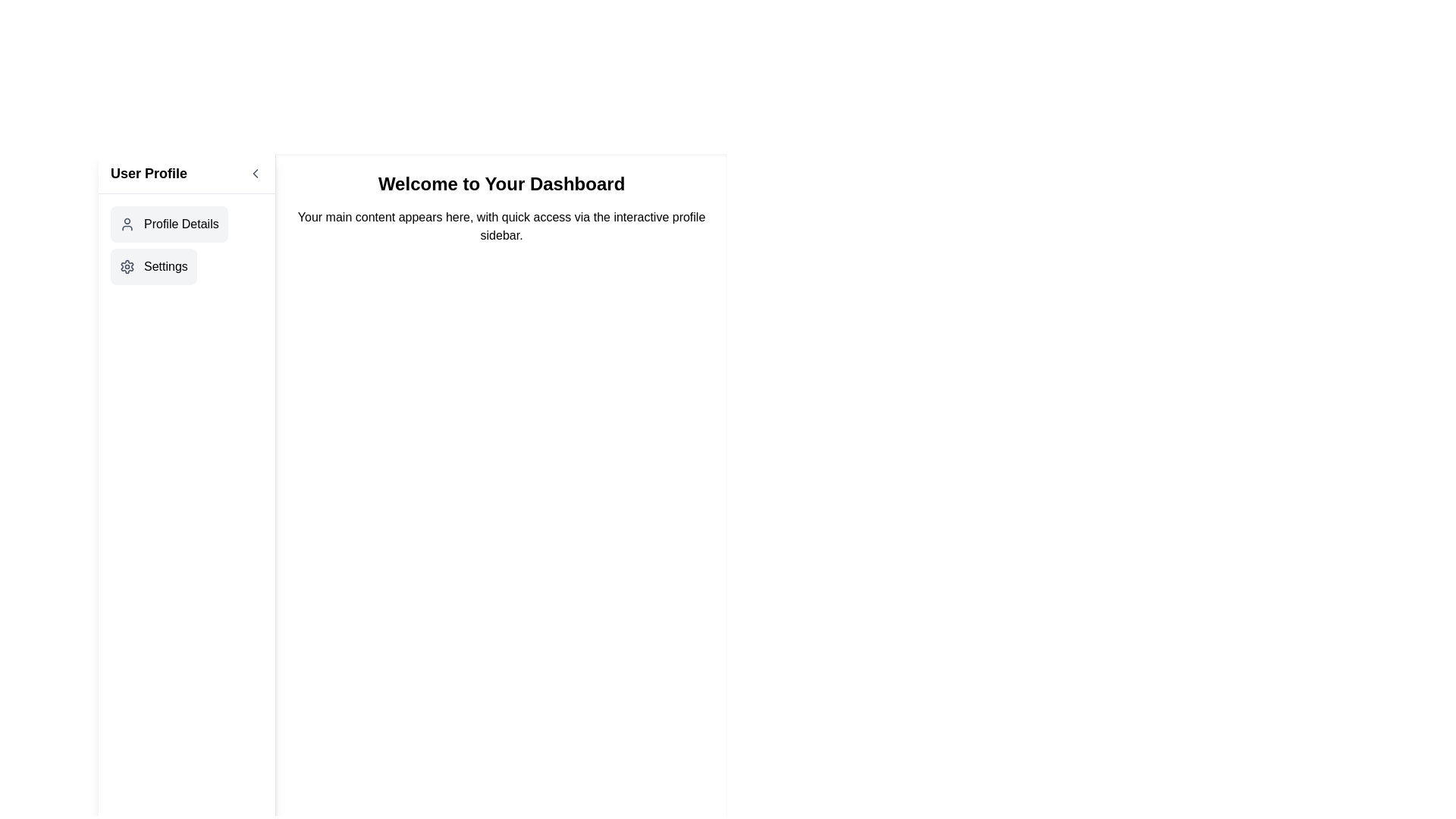 Image resolution: width=1456 pixels, height=819 pixels. What do you see at coordinates (127, 265) in the screenshot?
I see `the gear icon in the left sidebar under the 'User Profile' header` at bounding box center [127, 265].